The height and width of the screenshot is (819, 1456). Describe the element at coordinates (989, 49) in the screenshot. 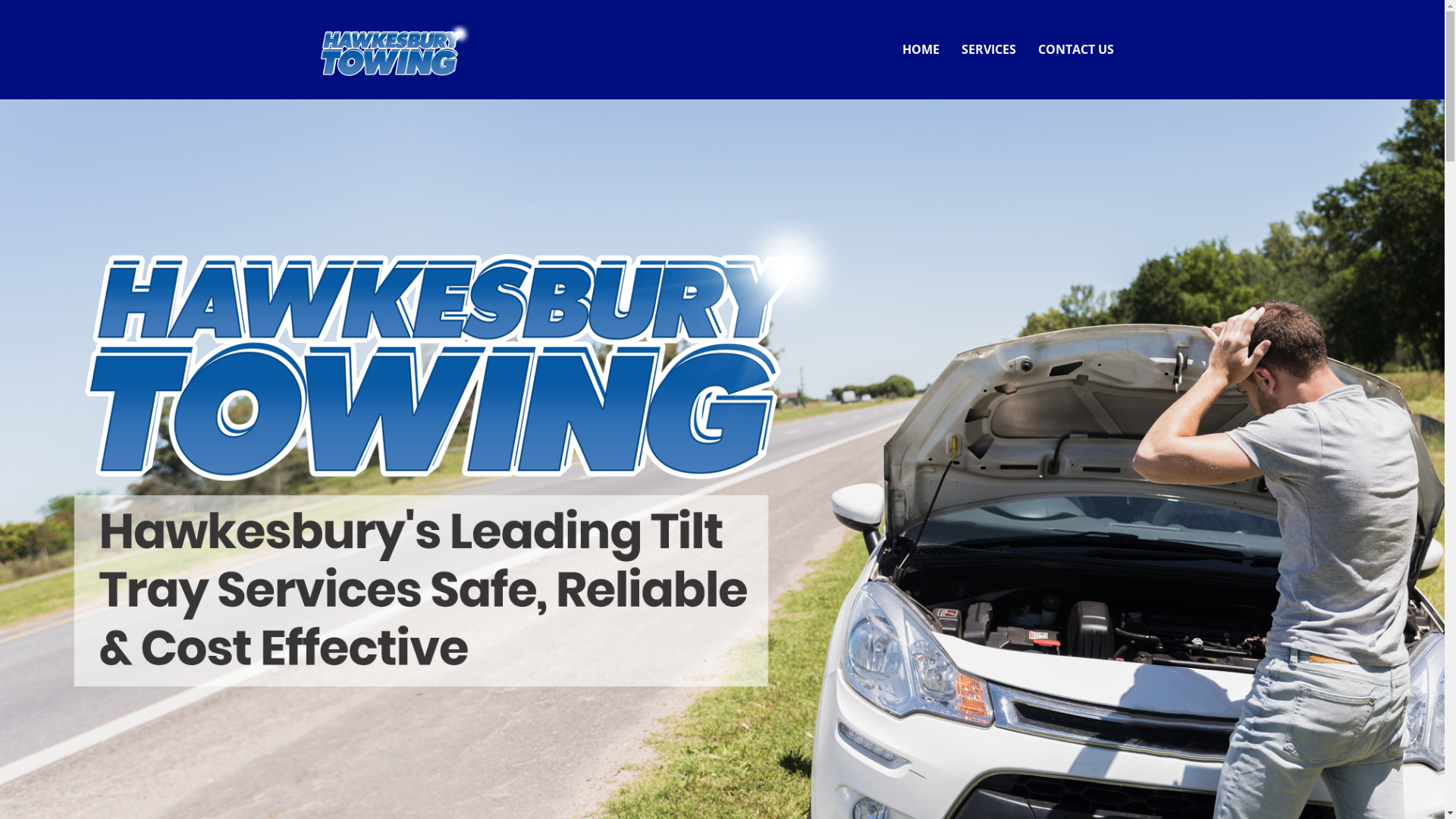

I see `'SERVICES'` at that location.